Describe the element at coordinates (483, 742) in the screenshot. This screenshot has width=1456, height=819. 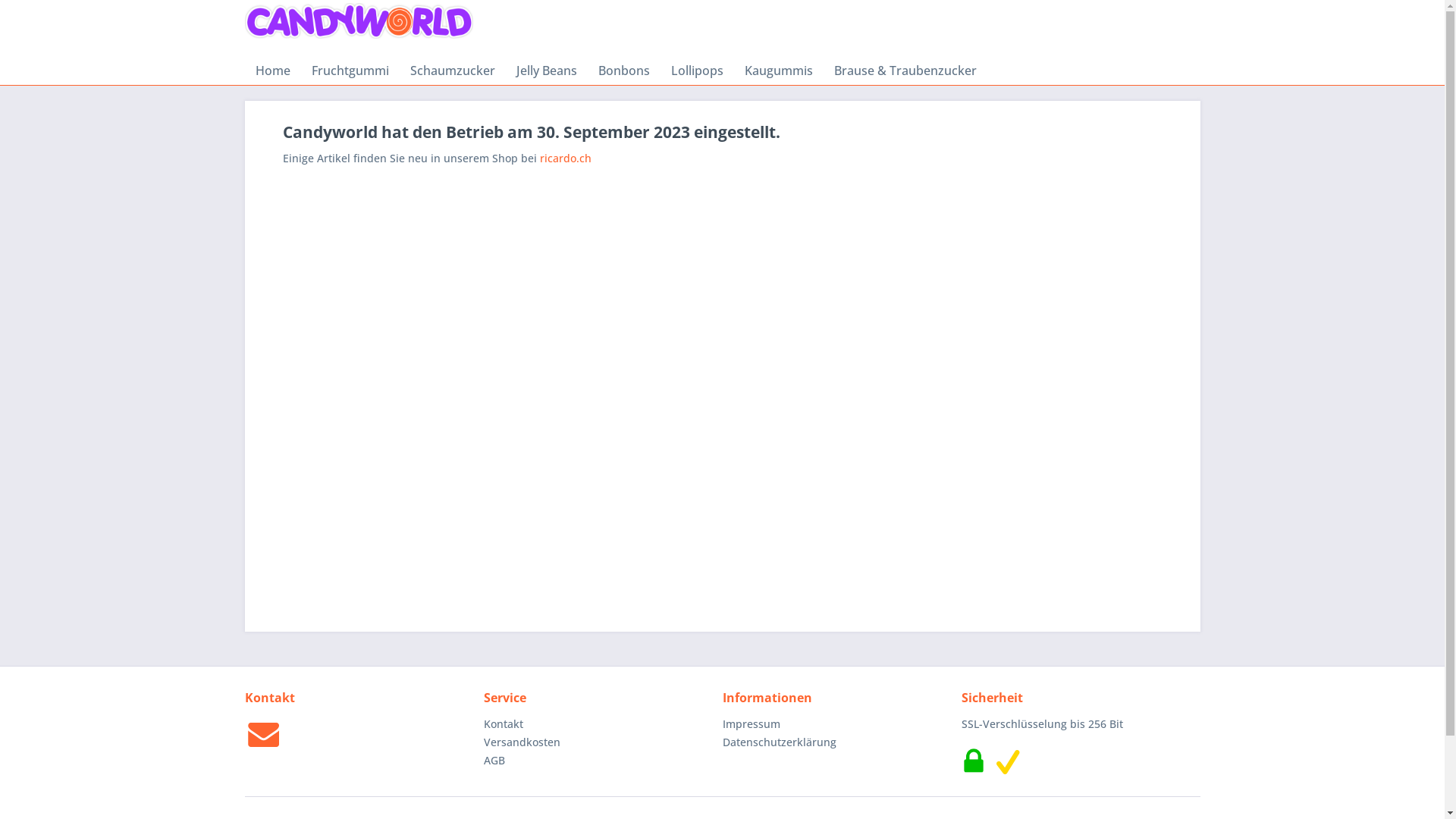
I see `'Versandkosten'` at that location.